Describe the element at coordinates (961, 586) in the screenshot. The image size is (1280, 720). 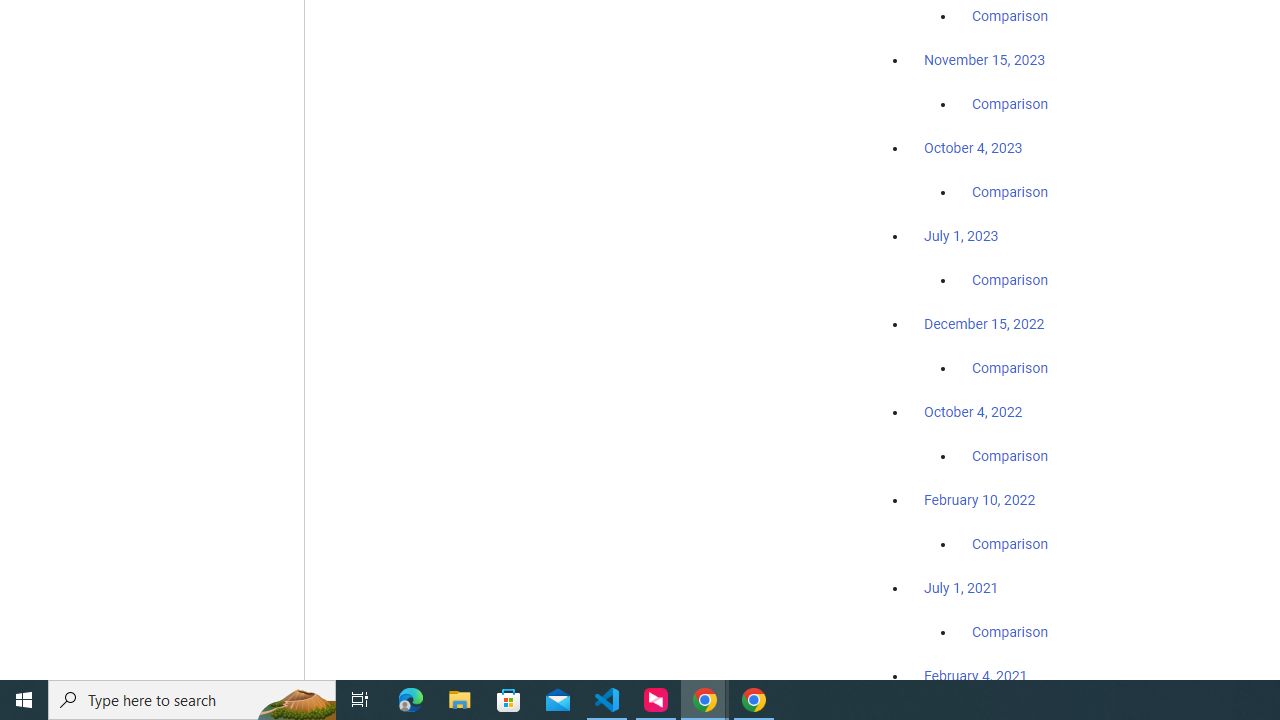
I see `'July 1, 2021'` at that location.